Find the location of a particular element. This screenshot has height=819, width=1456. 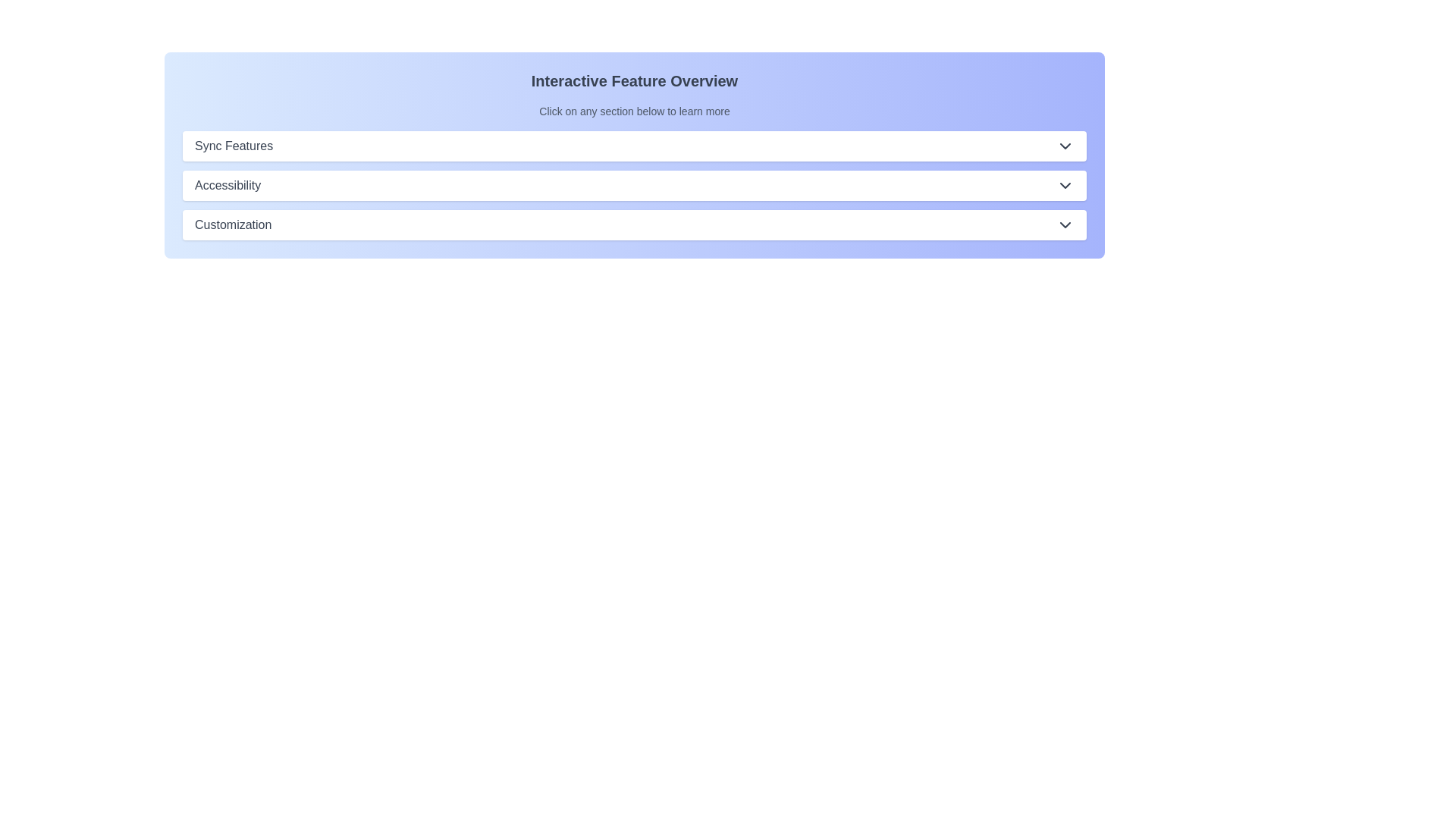

text label displaying 'Sync Features', which is styled in a modern sans-serif font and is located inside the first collapsible section of the interface is located at coordinates (233, 146).